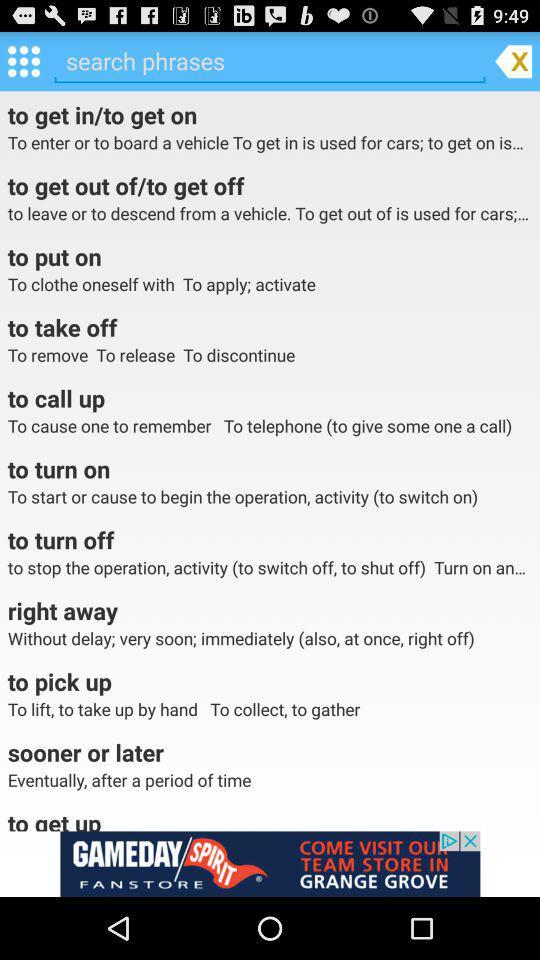 The height and width of the screenshot is (960, 540). I want to click on the app, so click(513, 59).